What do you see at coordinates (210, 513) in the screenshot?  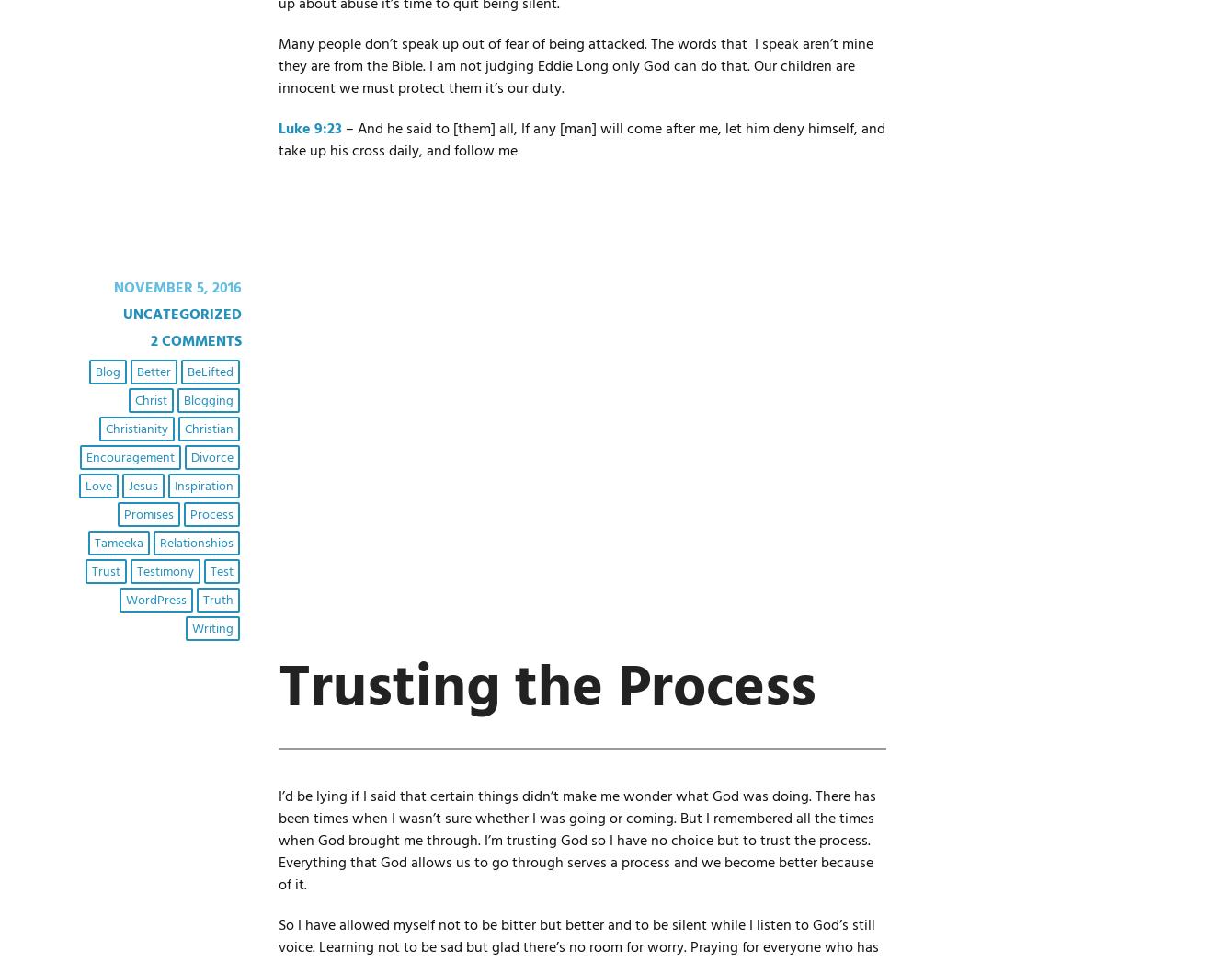 I see `'Process'` at bounding box center [210, 513].